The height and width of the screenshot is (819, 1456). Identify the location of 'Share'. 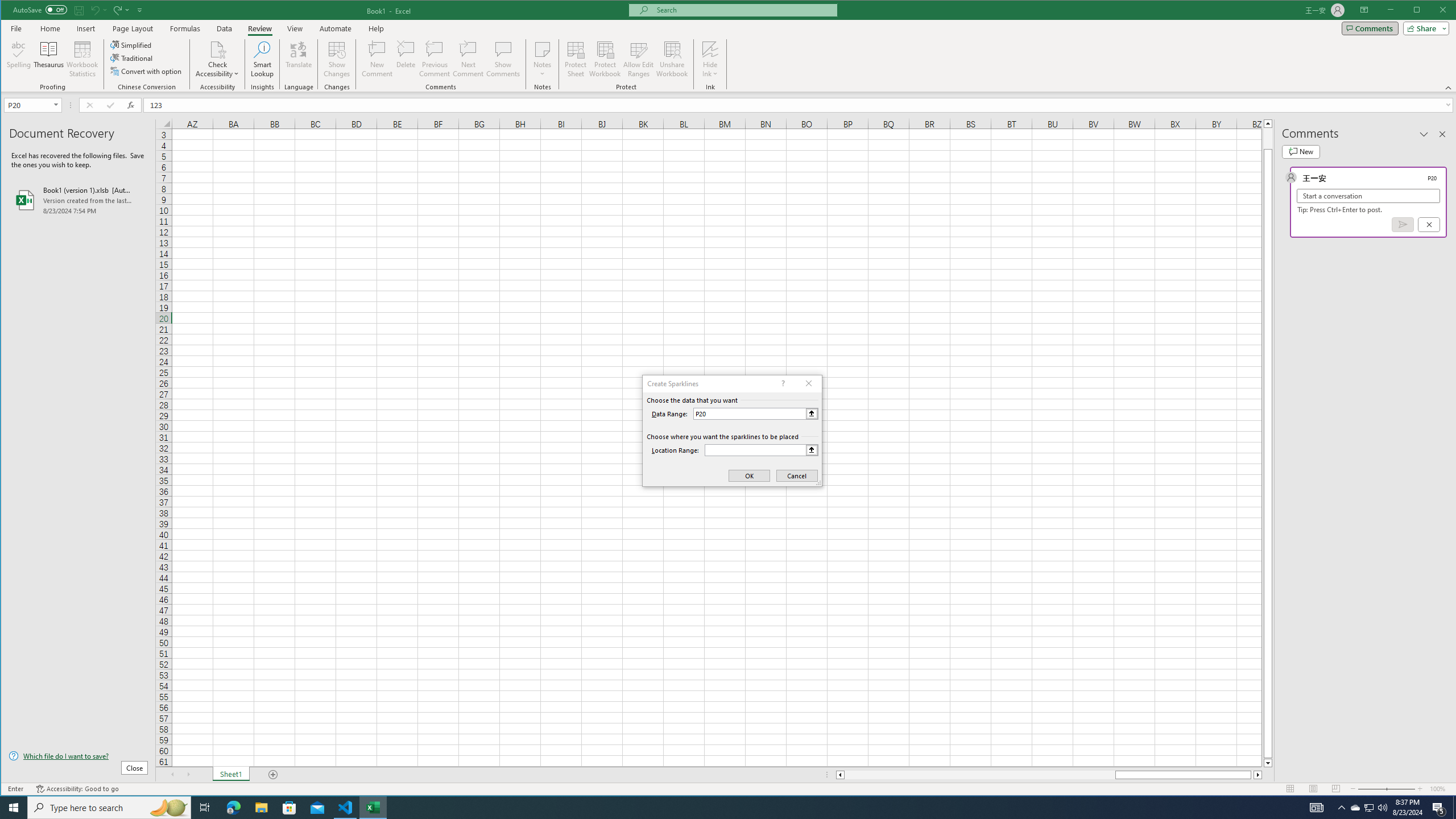
(1423, 28).